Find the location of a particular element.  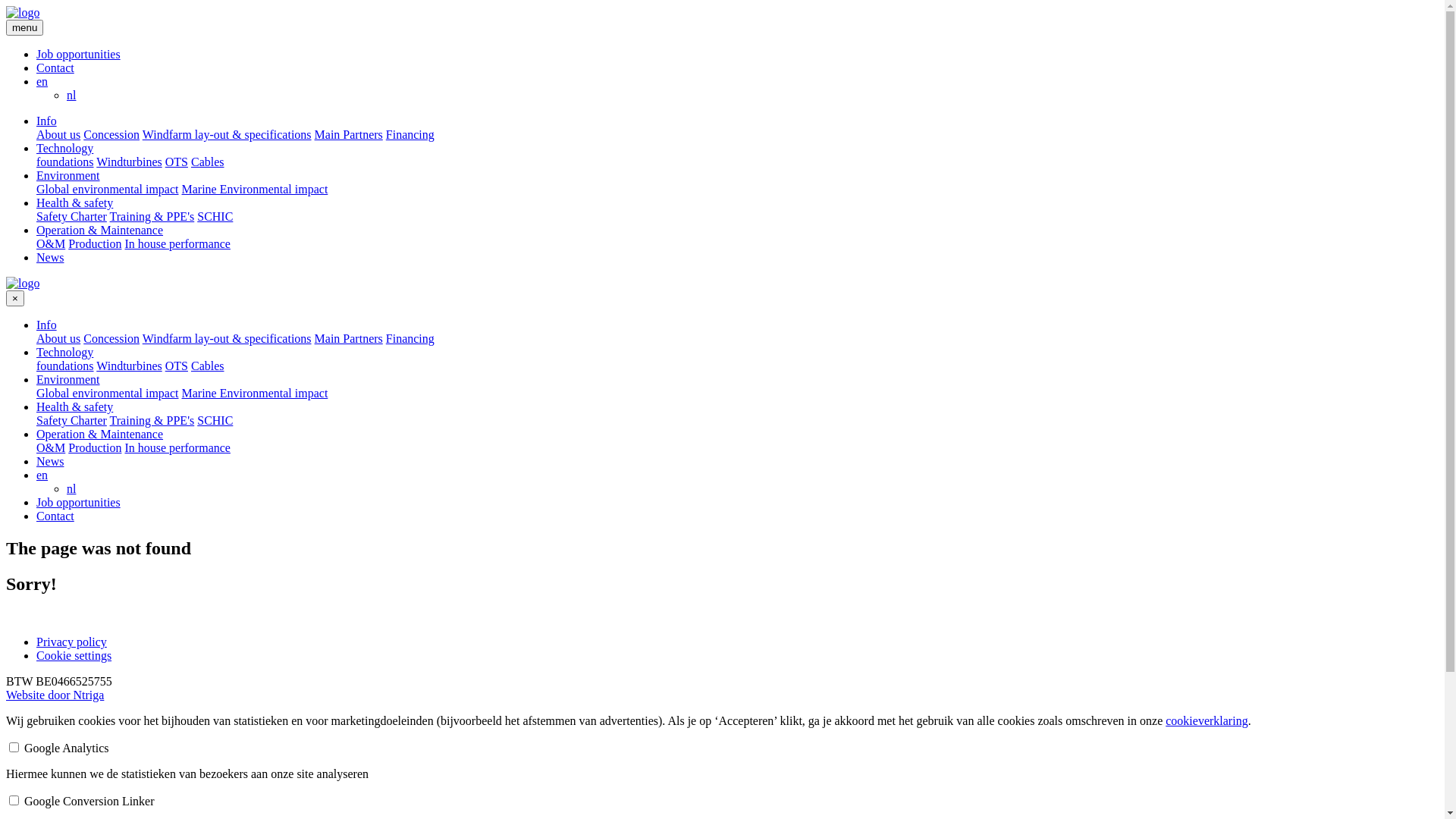

'Technology' is located at coordinates (36, 148).